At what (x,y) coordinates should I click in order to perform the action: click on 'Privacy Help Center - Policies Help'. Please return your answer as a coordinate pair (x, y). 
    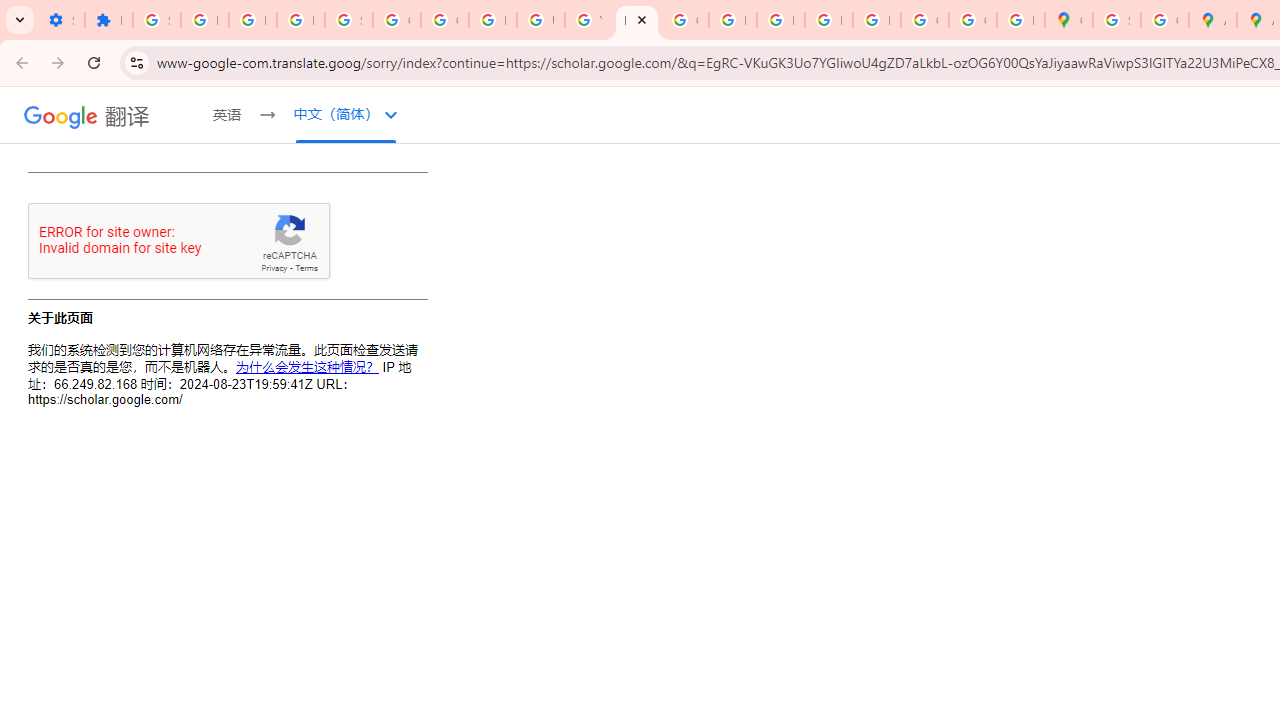
    Looking at the image, I should click on (731, 20).